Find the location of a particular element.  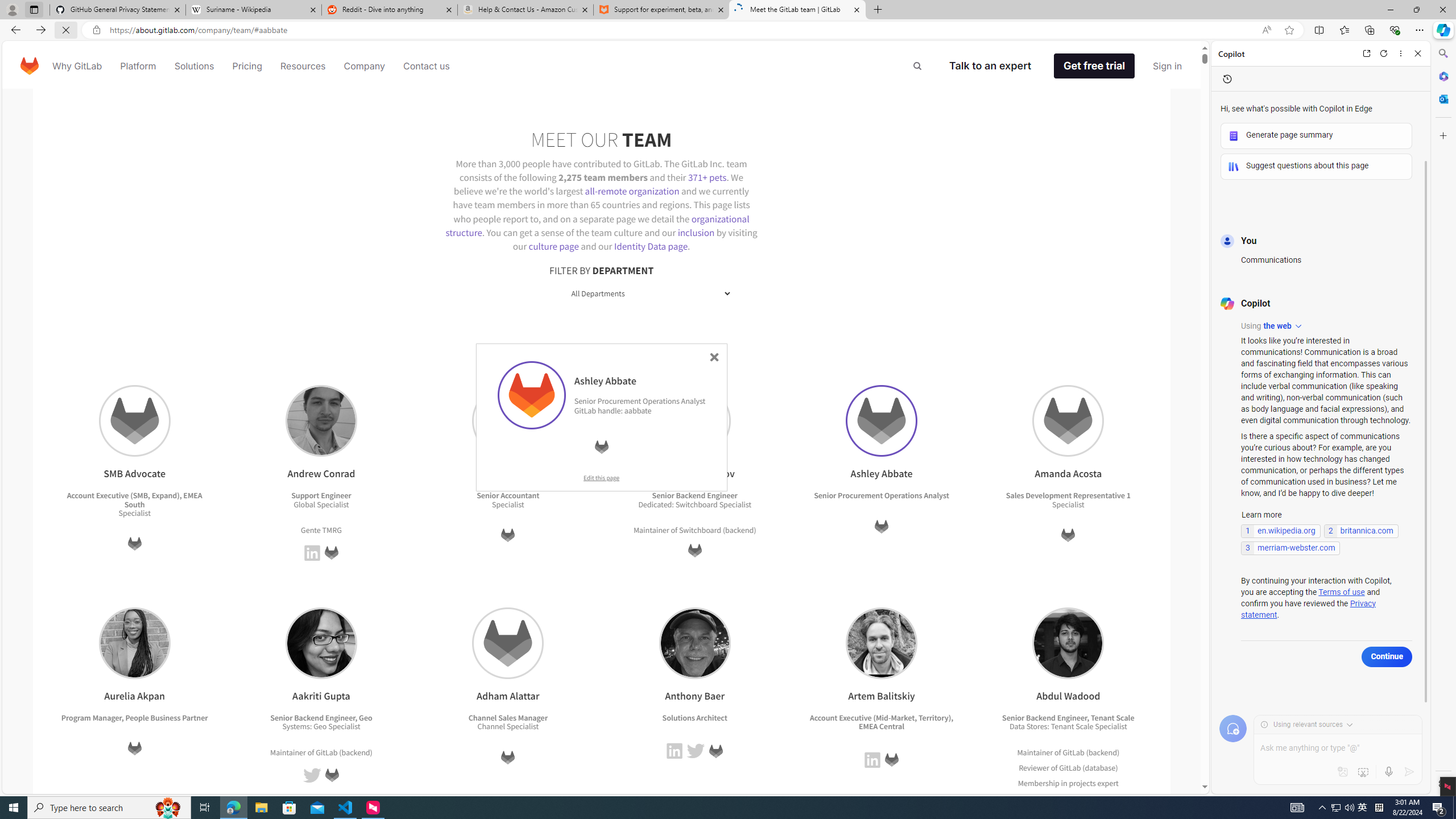

'Program Manager, People Business Partner' is located at coordinates (134, 717).